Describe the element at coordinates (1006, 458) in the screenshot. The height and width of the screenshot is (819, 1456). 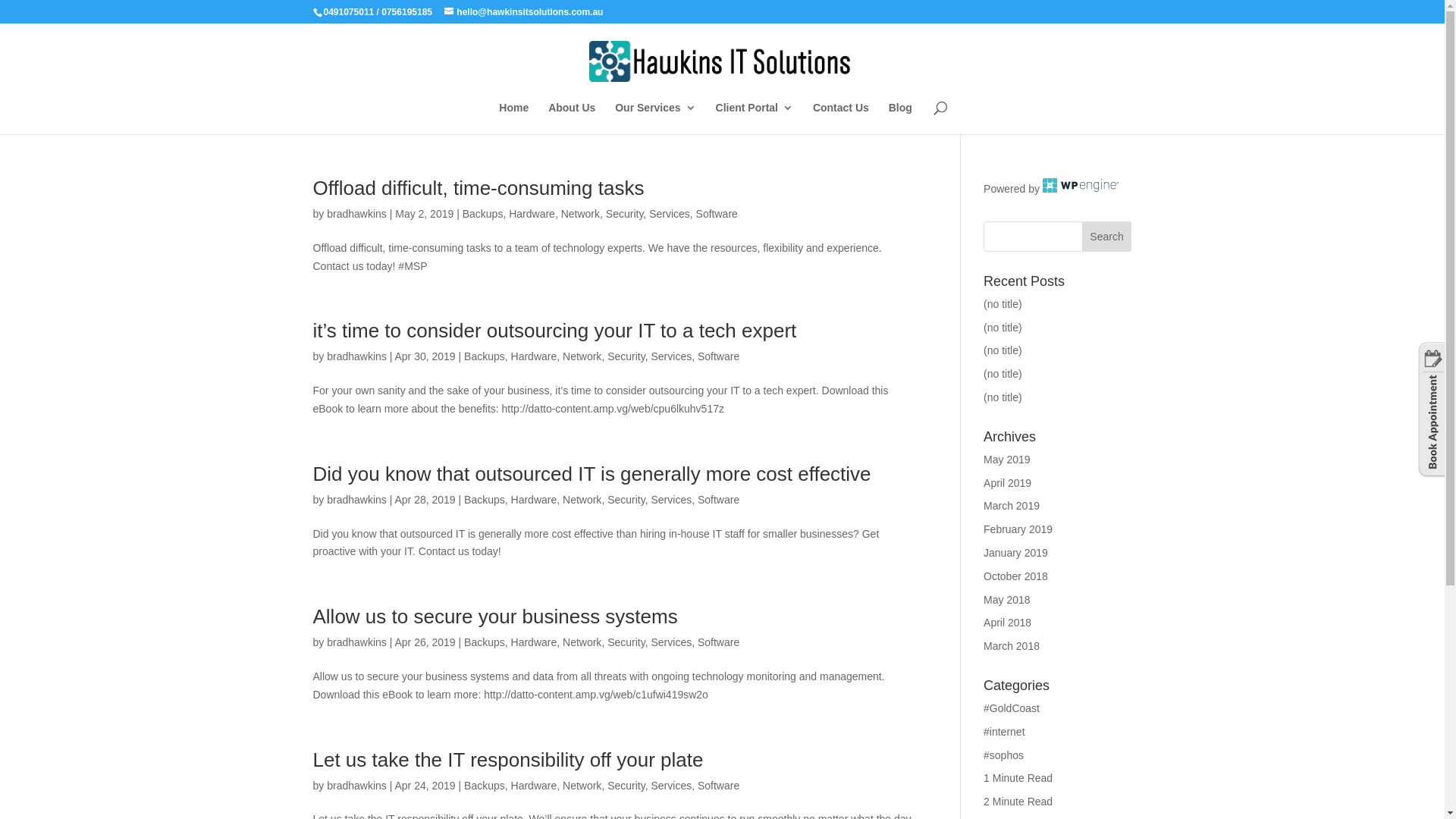
I see `'May 2019'` at that location.